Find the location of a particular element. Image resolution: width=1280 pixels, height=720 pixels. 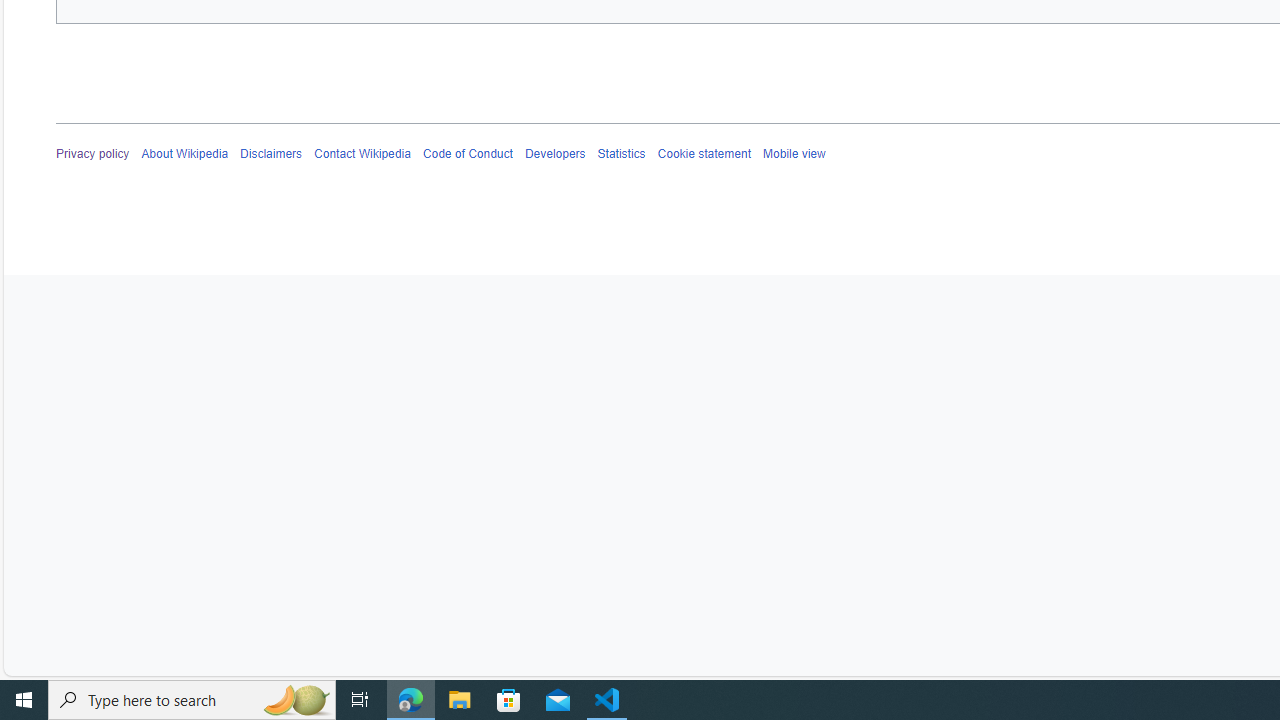

'Privacy policy' is located at coordinates (92, 153).